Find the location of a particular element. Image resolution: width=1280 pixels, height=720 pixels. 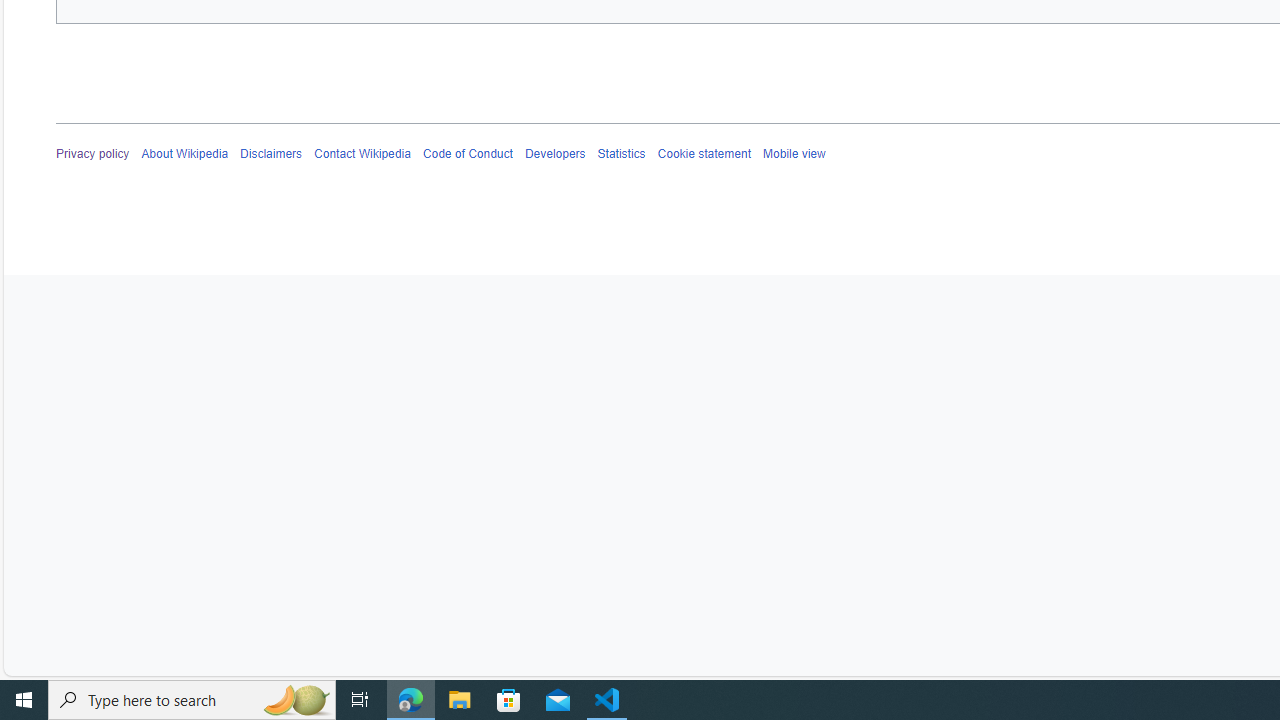

'Privacy policy' is located at coordinates (92, 153).